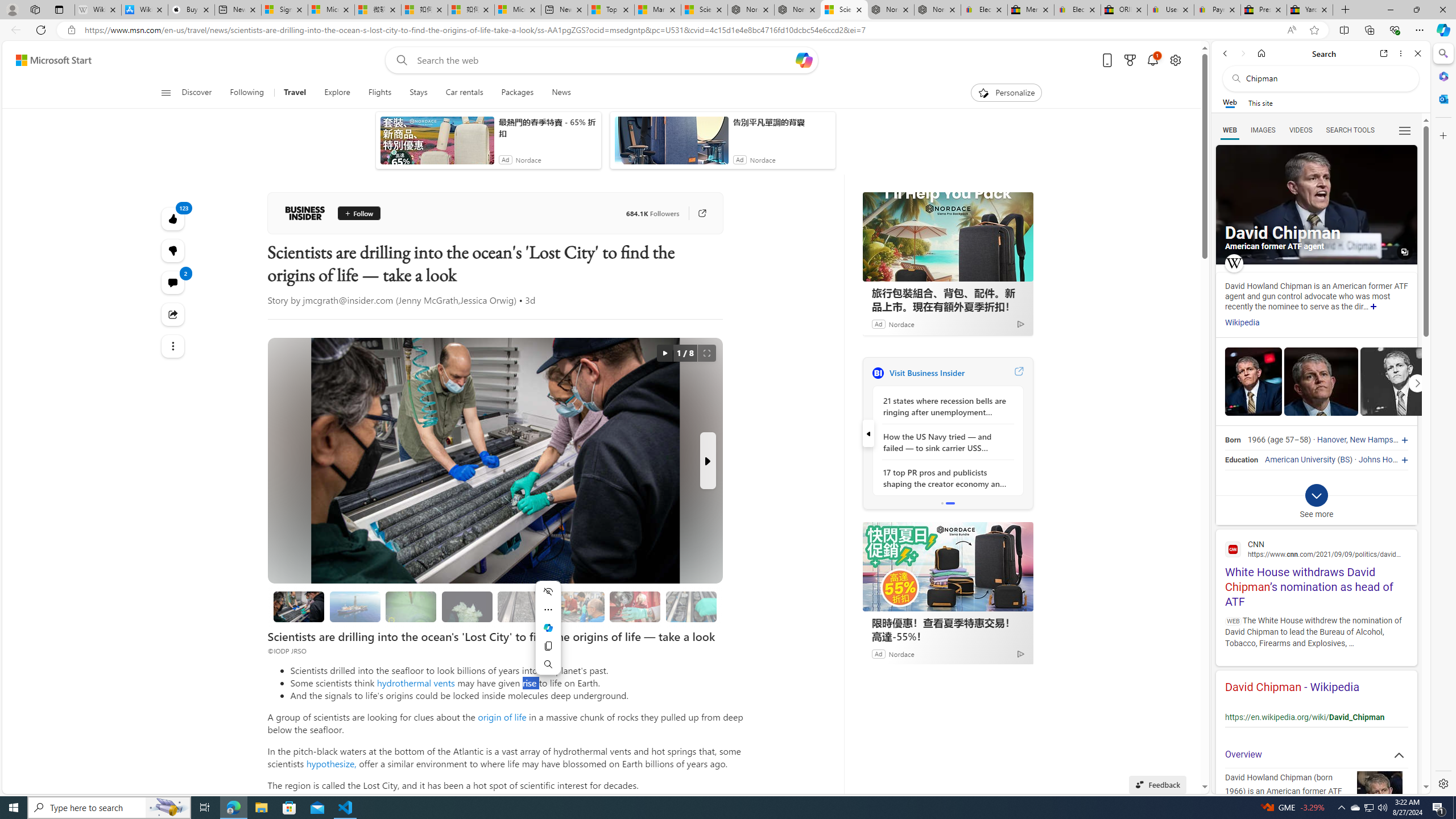  What do you see at coordinates (1417, 383) in the screenshot?
I see `'Click to scroll right'` at bounding box center [1417, 383].